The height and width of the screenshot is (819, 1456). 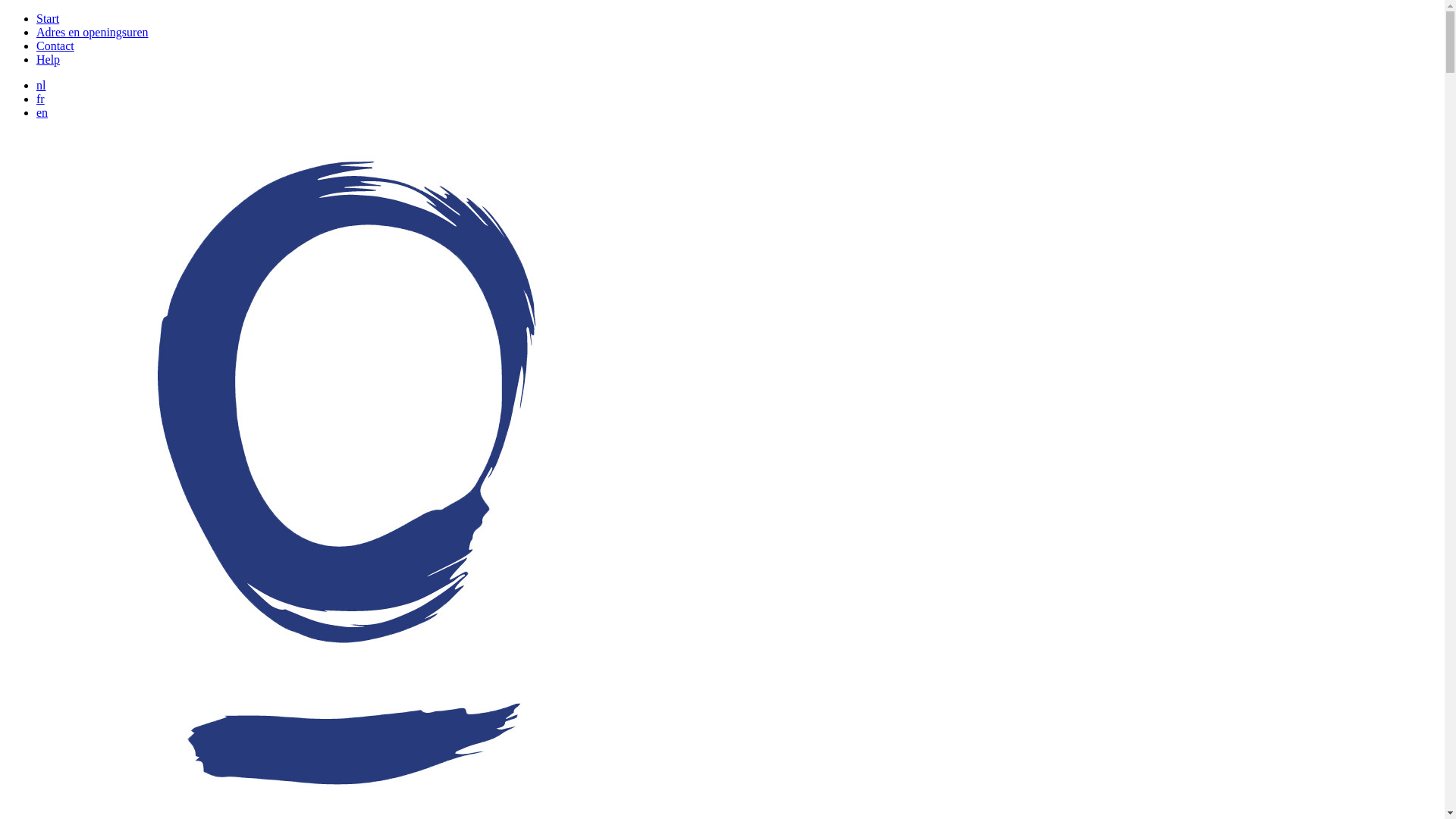 I want to click on 'en', so click(x=42, y=111).